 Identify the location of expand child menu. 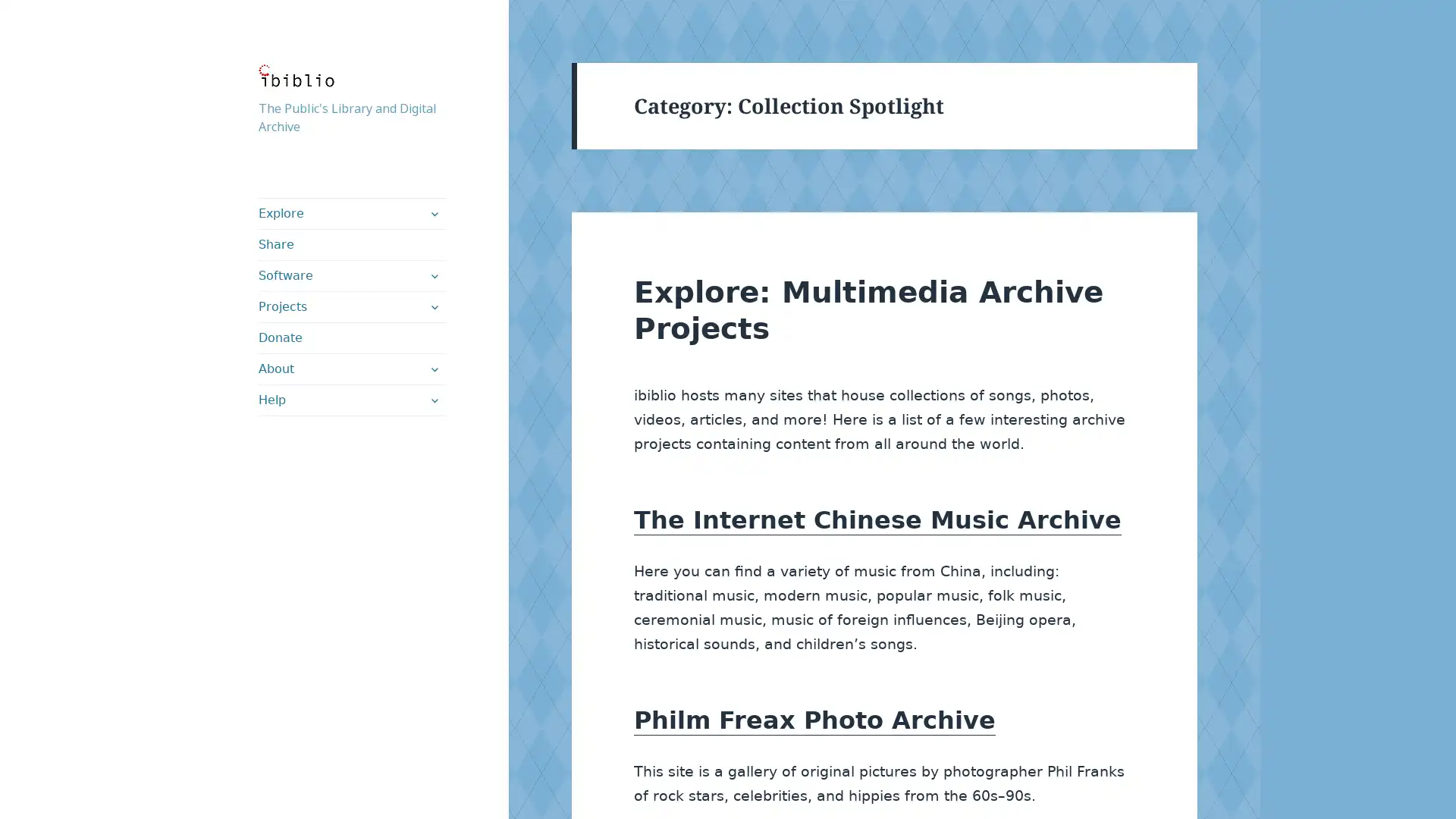
(432, 213).